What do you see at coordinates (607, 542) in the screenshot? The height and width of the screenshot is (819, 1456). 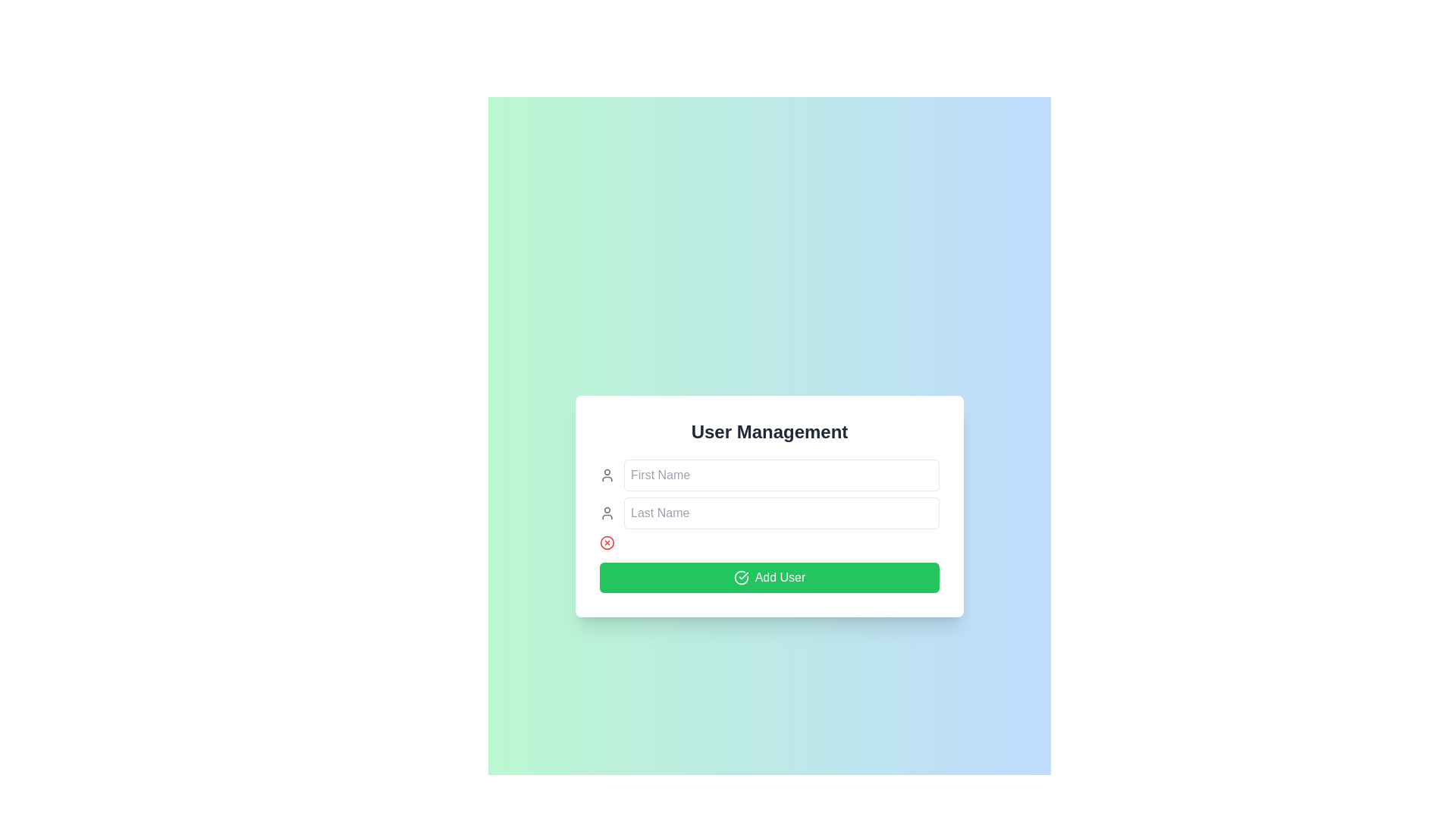 I see `the red circular button with a white cross symbol to observe the hover effect, which changes the text color from red to a darker red` at bounding box center [607, 542].